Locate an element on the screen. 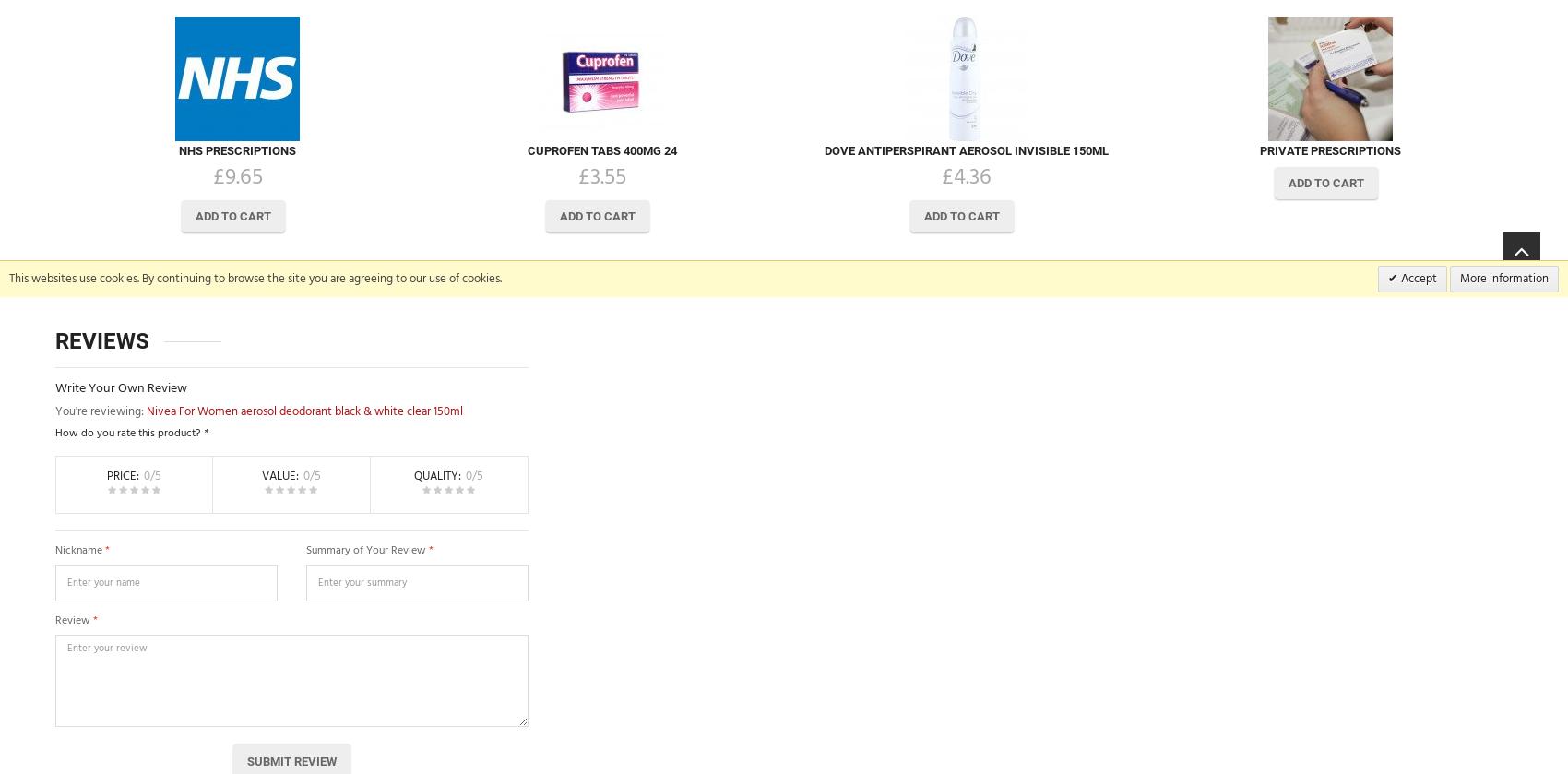  'Private Prescriptions' is located at coordinates (1329, 149).